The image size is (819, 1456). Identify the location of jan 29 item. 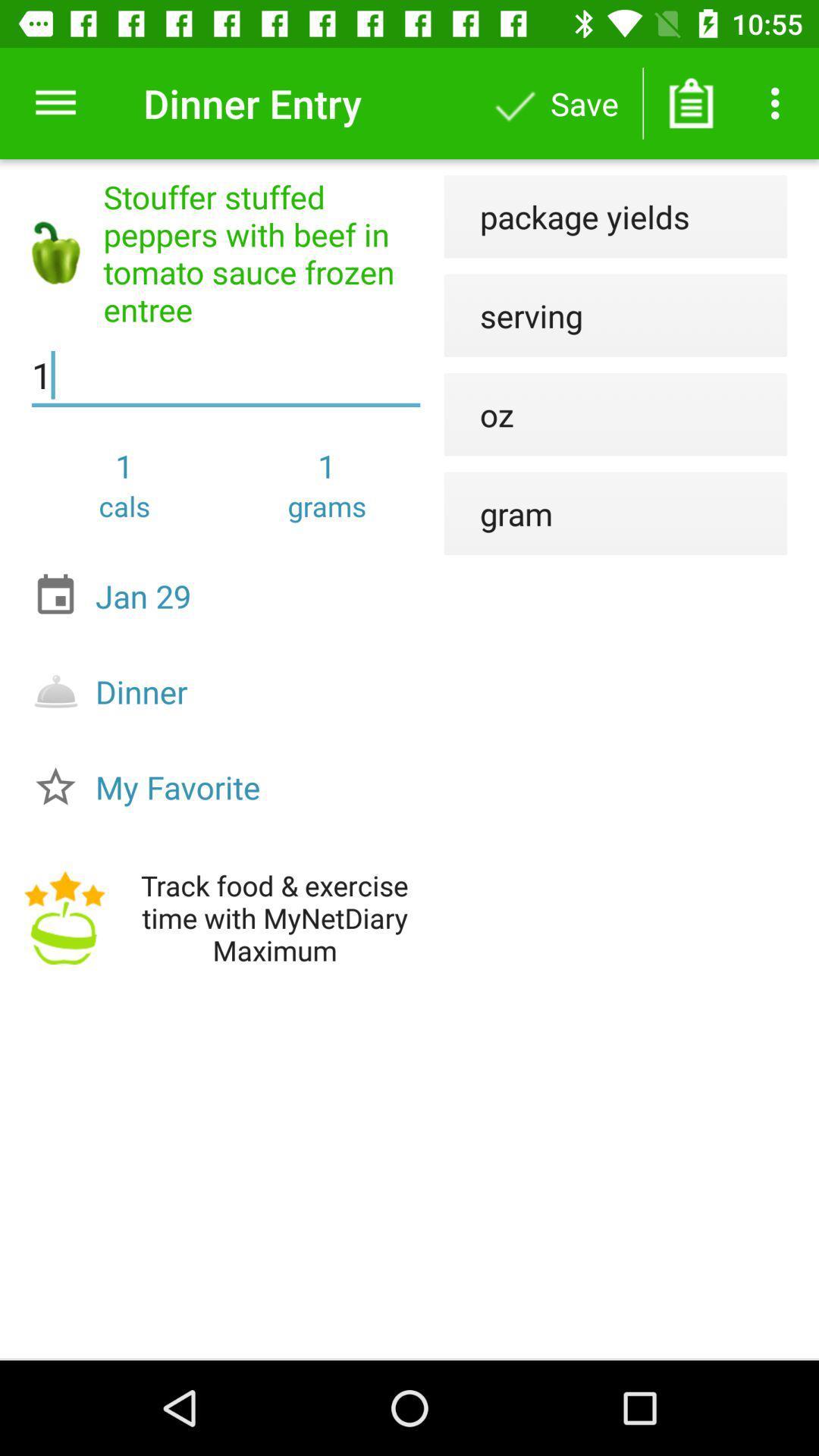
(230, 595).